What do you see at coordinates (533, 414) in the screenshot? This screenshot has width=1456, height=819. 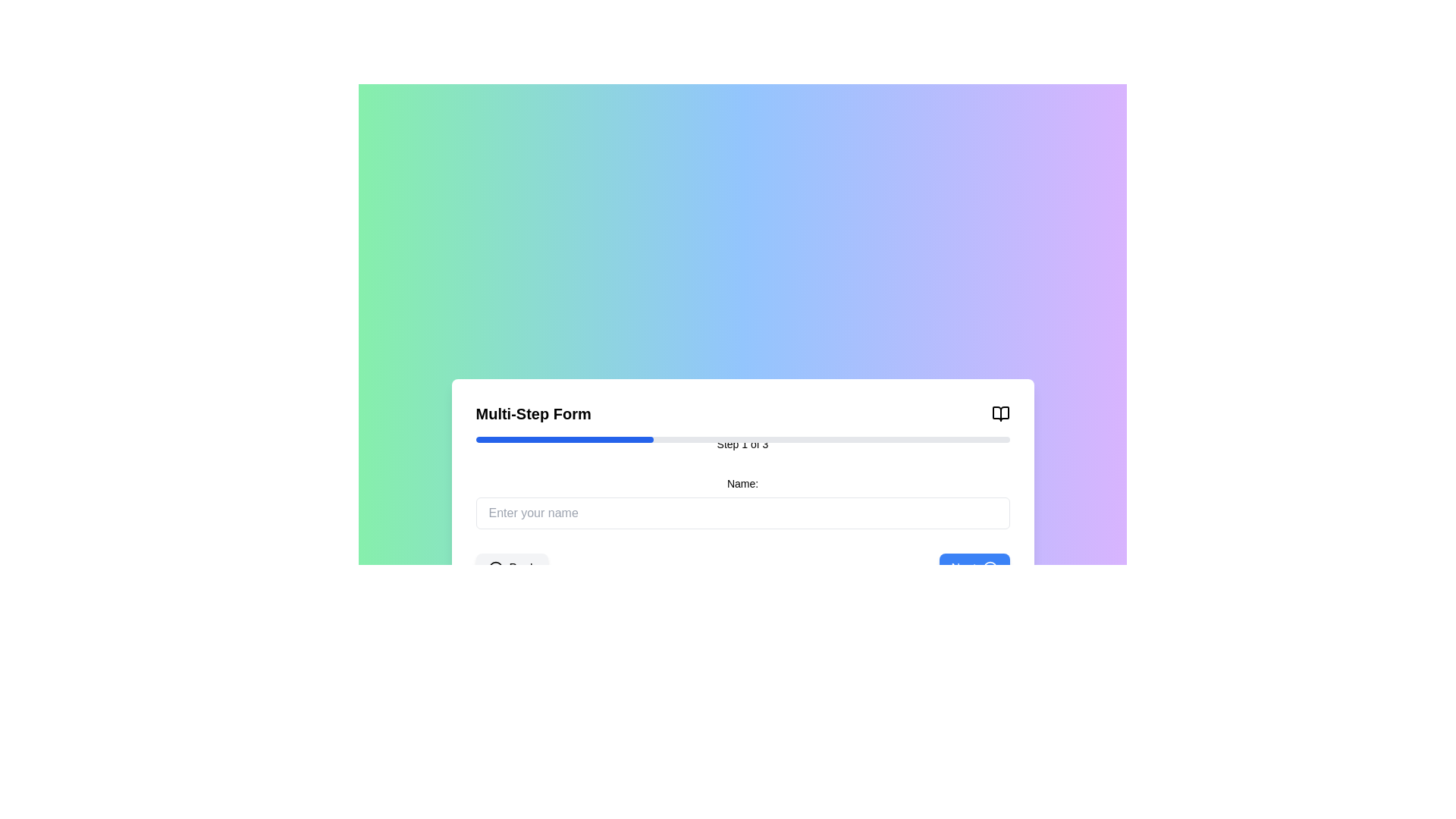 I see `the bold text label displaying 'Multi-Step Form' located at the top-left corner of the header section of the multi-step form interface` at bounding box center [533, 414].